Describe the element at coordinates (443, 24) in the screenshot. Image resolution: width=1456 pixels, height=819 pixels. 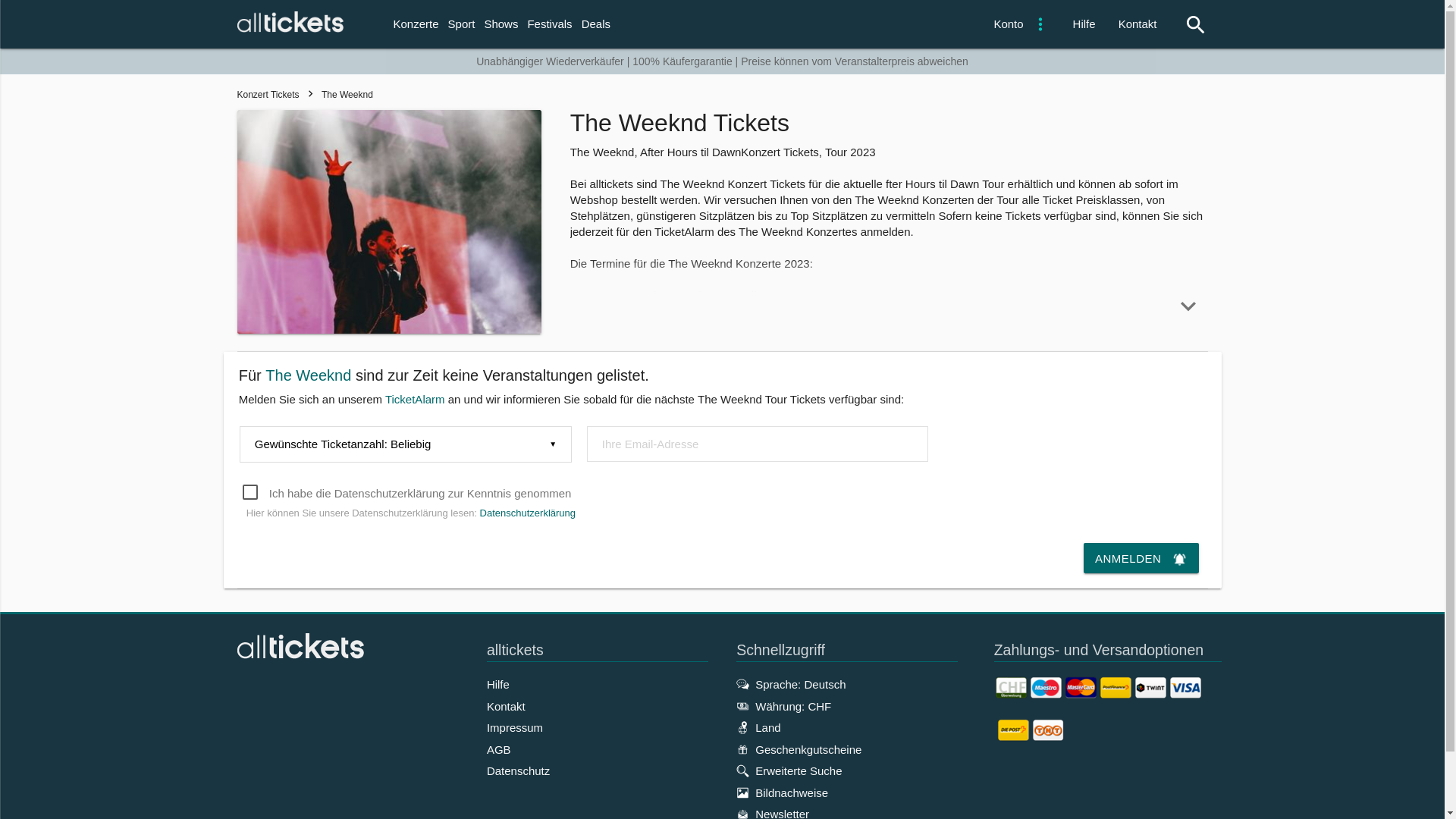
I see `'Sport'` at that location.